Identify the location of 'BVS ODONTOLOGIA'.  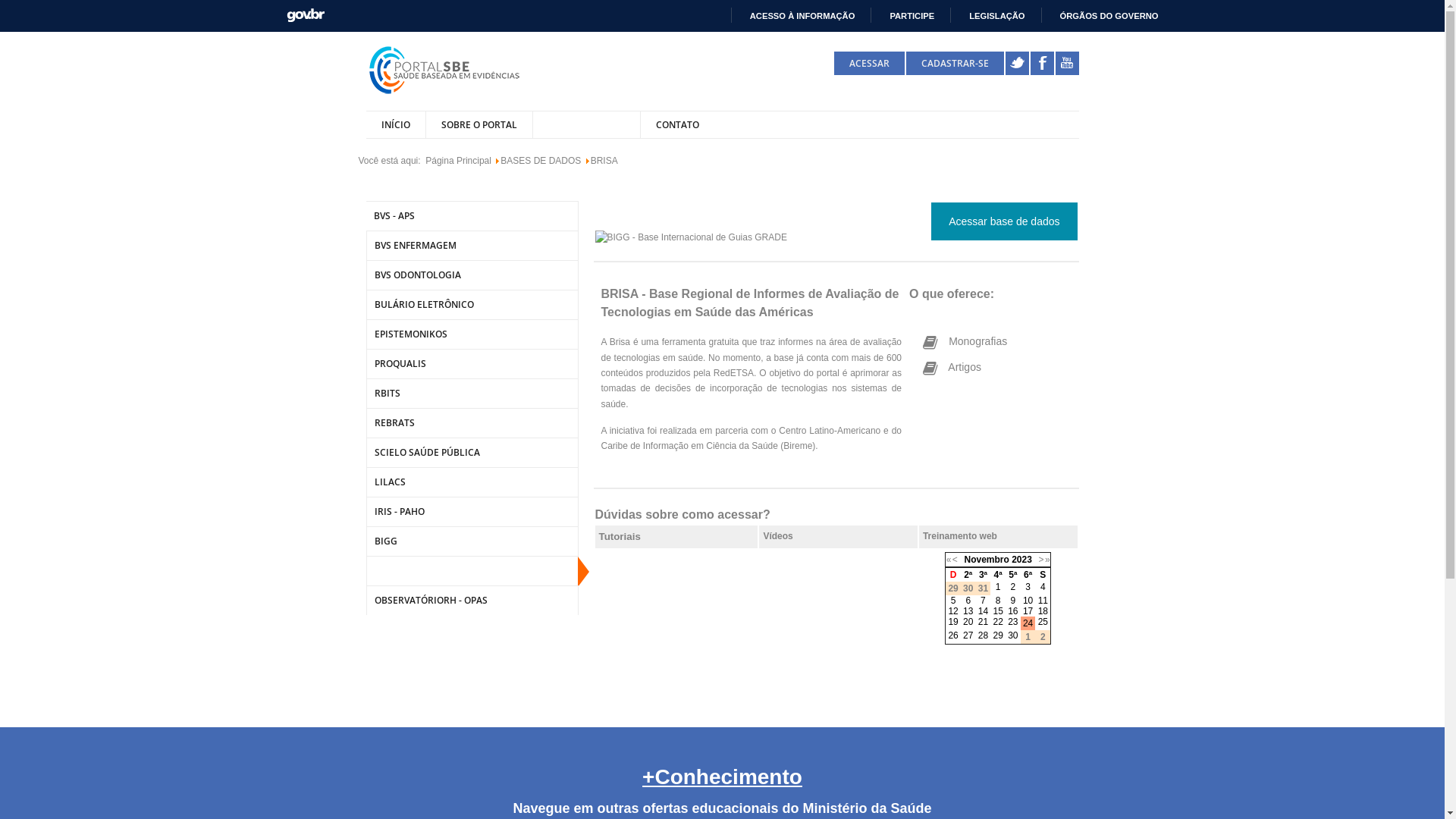
(471, 275).